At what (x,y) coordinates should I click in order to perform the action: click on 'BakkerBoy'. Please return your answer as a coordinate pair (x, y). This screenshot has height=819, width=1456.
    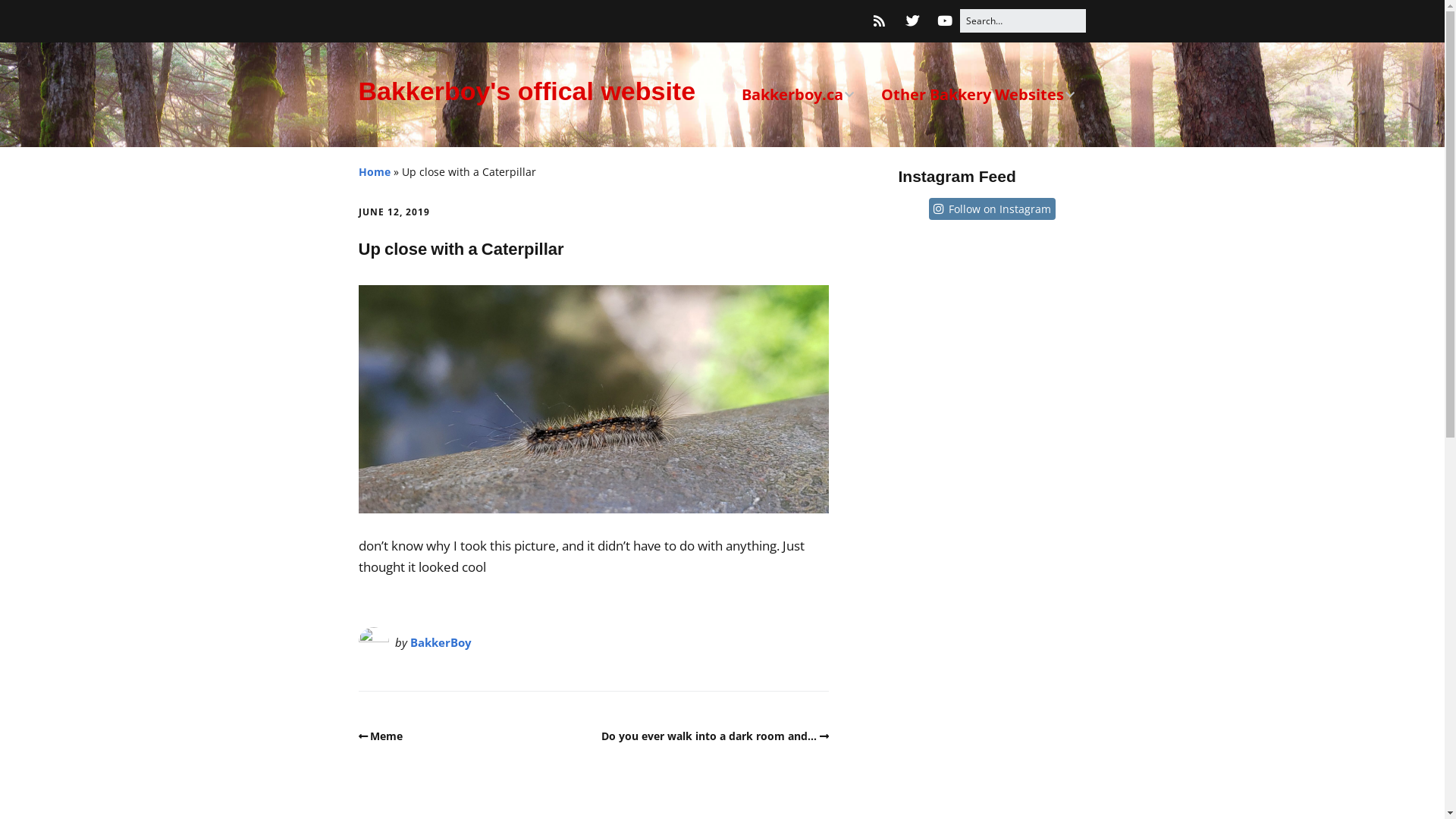
    Looking at the image, I should click on (439, 642).